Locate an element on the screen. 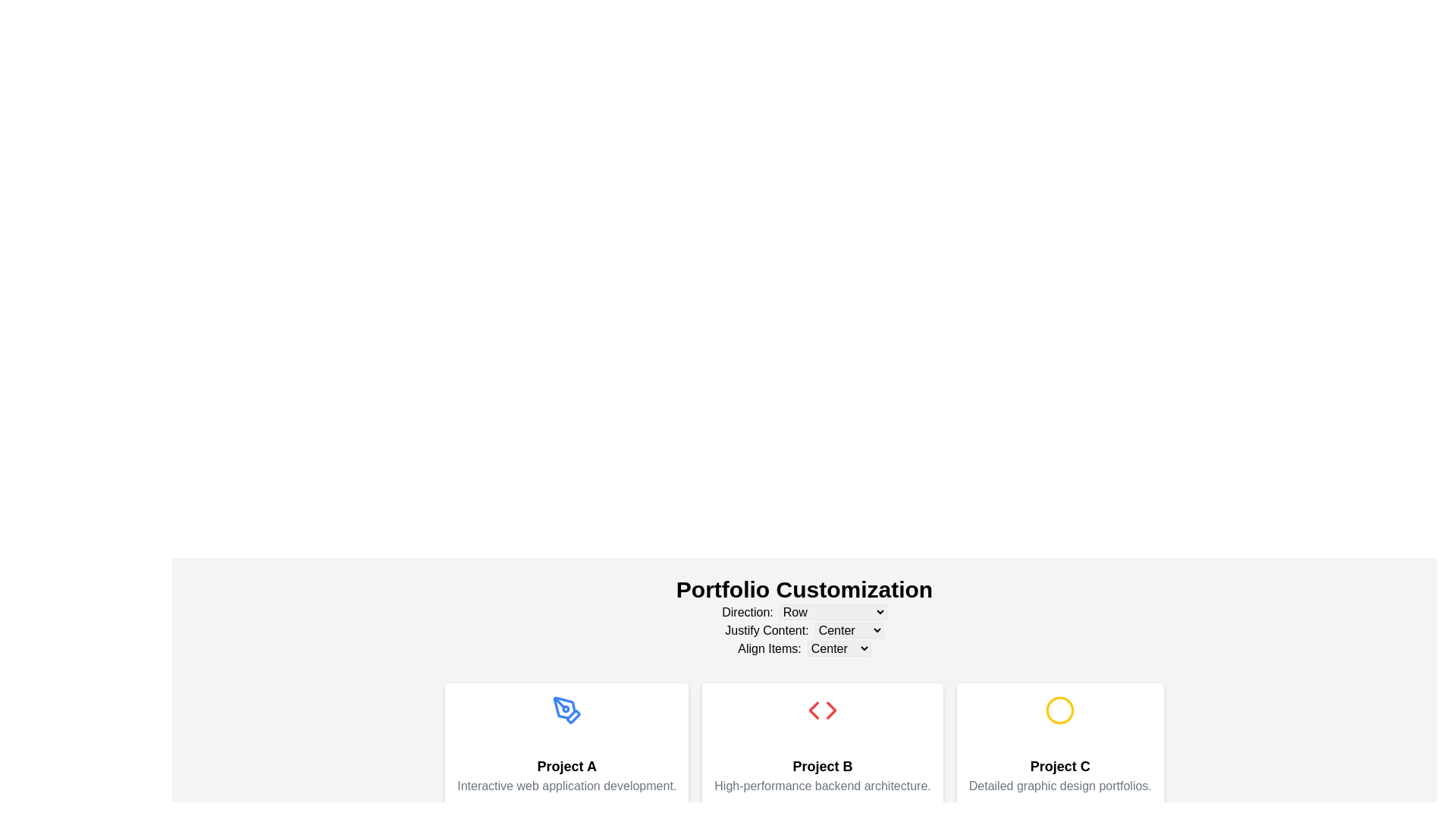 The width and height of the screenshot is (1456, 819). the 'Direction:' label which is a section title displayed in bold near the top of the settings section, to associate it with its control is located at coordinates (747, 611).